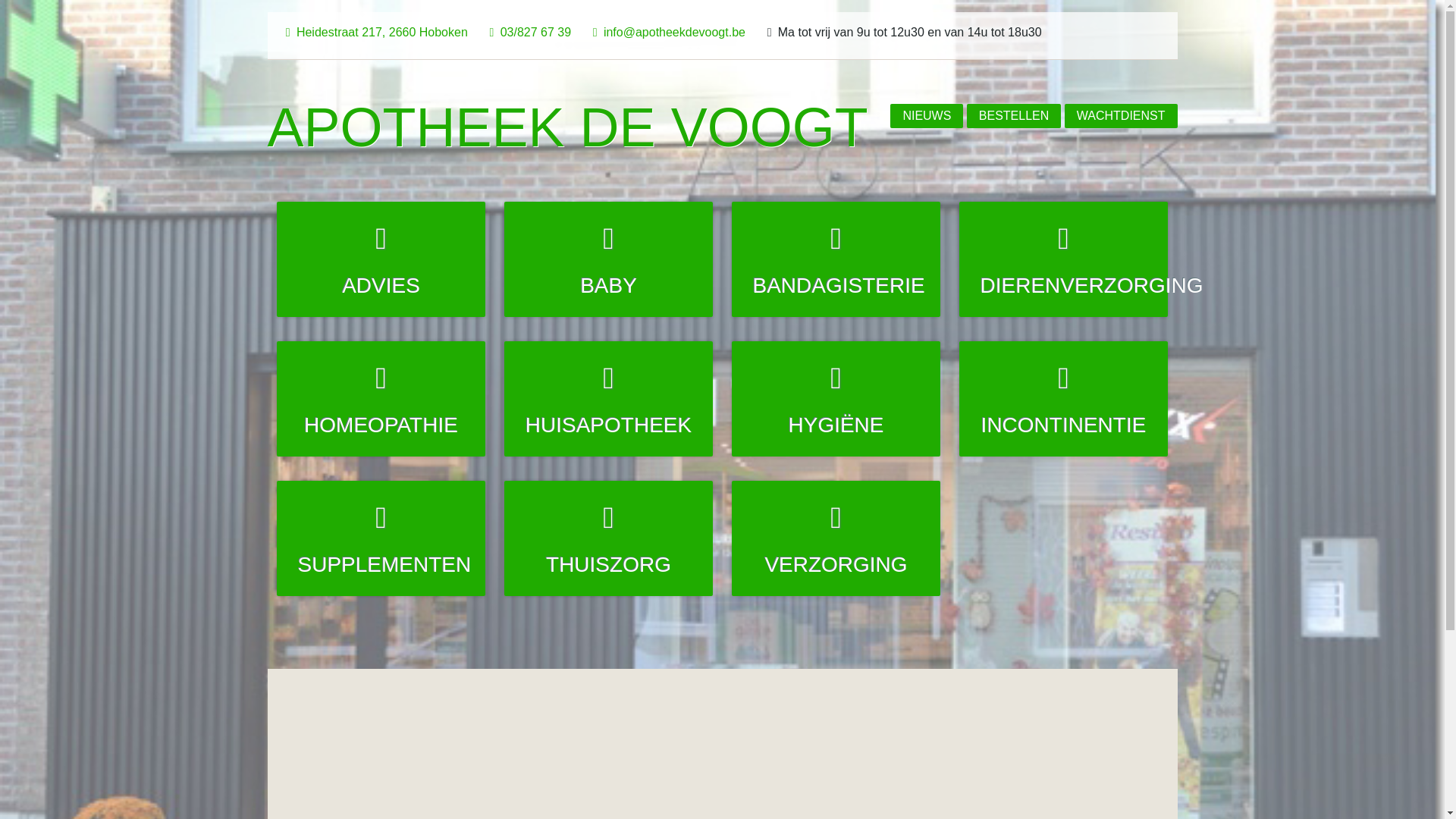 This screenshot has width=1456, height=819. Describe the element at coordinates (835, 259) in the screenshot. I see `'BANDAGISTERIE'` at that location.